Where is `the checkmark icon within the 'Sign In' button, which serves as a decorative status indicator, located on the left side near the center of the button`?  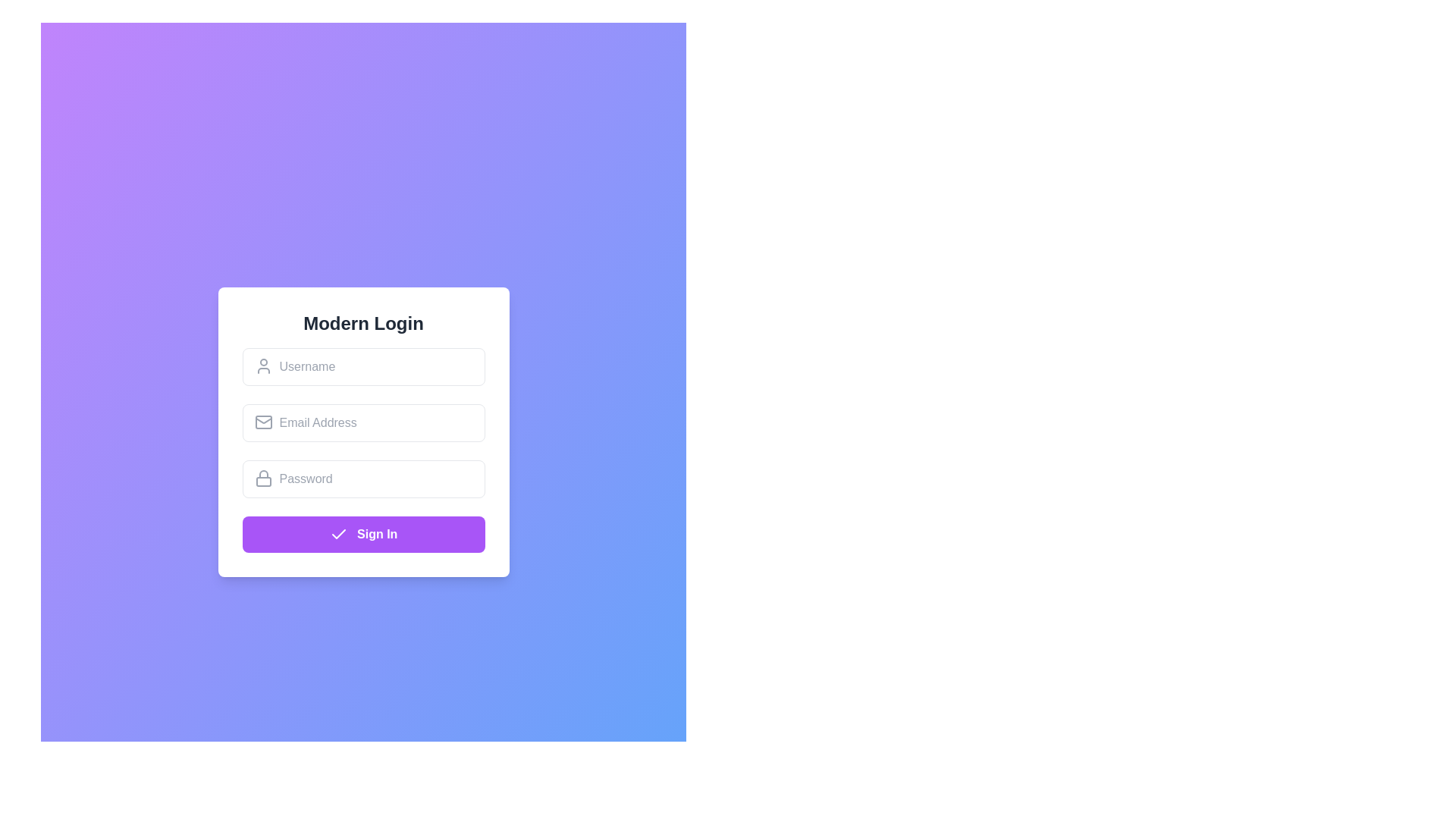
the checkmark icon within the 'Sign In' button, which serves as a decorative status indicator, located on the left side near the center of the button is located at coordinates (337, 534).